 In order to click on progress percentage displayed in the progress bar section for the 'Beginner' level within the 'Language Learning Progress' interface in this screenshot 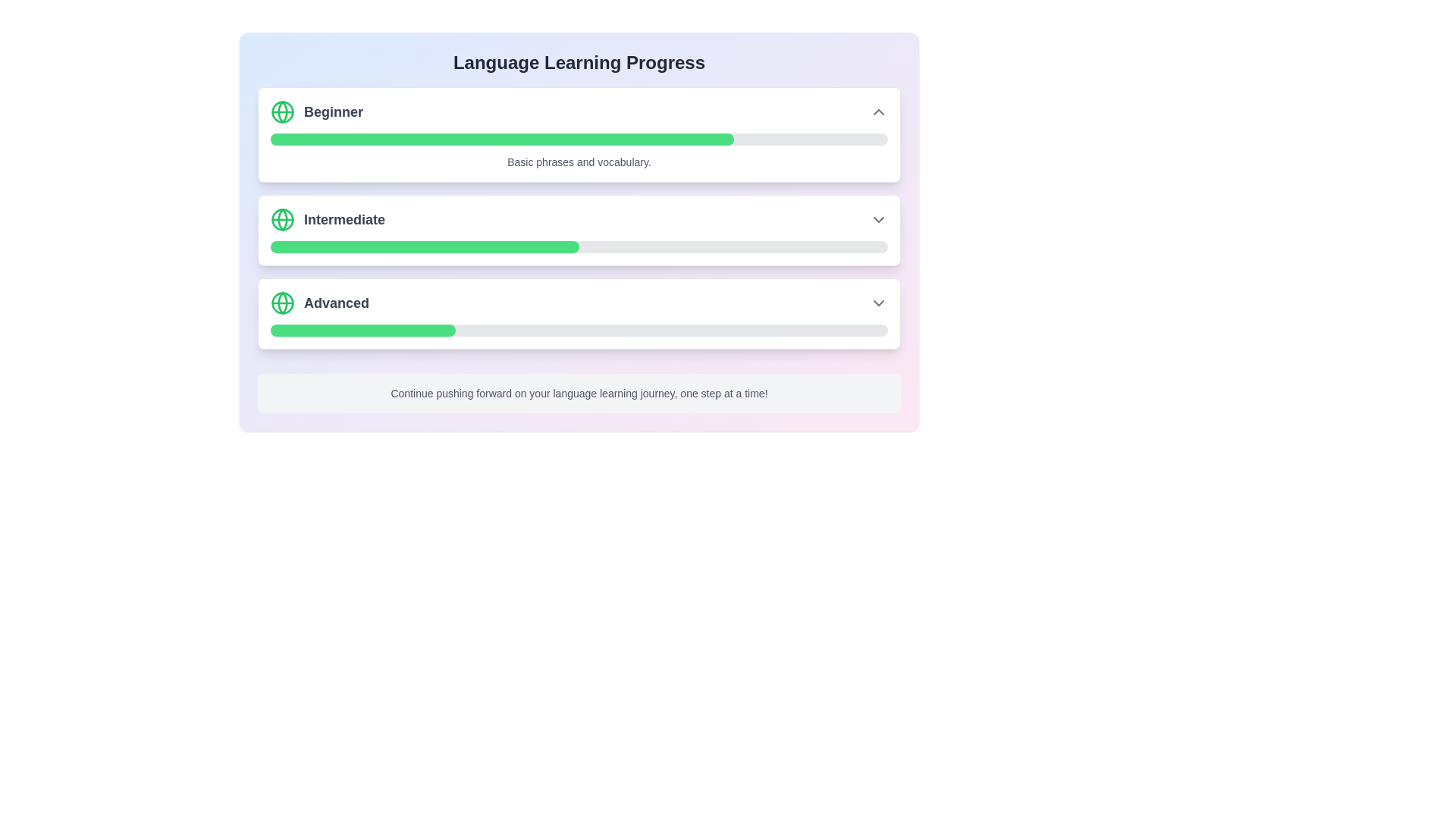, I will do `click(578, 133)`.